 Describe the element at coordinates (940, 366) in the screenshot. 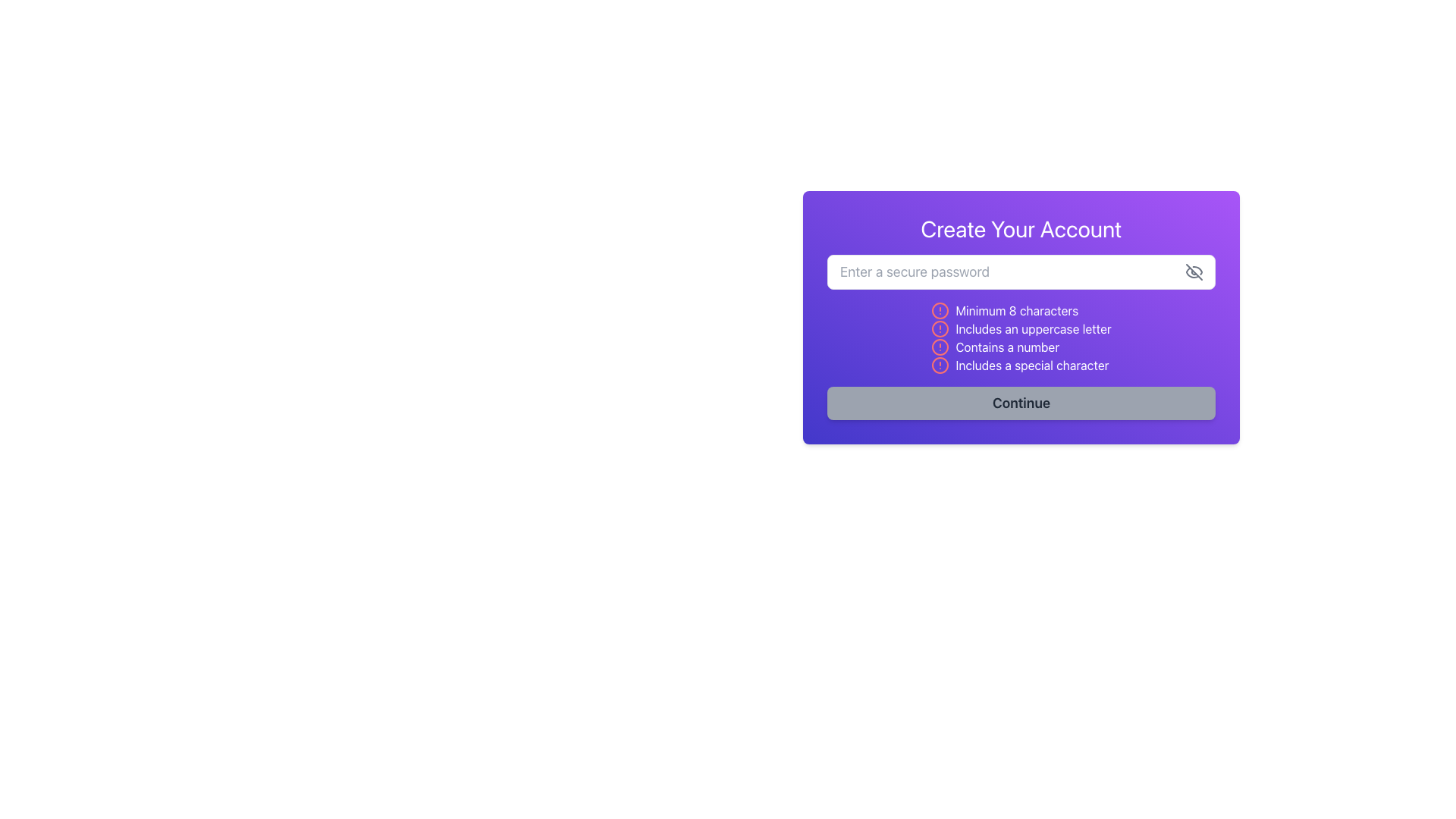

I see `the error icon indicating the unmet criteria for special character inclusion in the password validation, located in the fourth row next to the corresponding text` at that location.